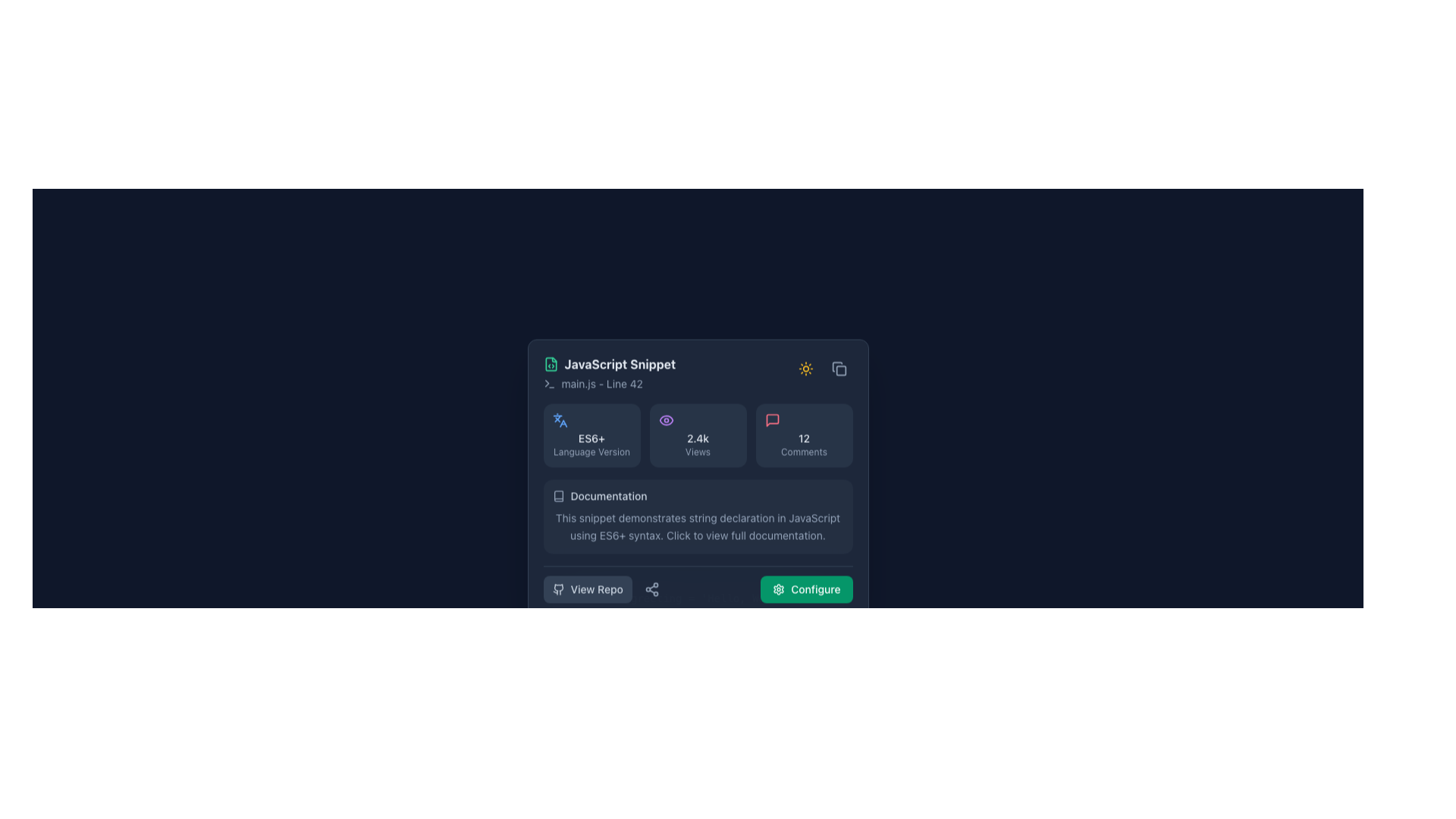 This screenshot has height=819, width=1456. Describe the element at coordinates (838, 369) in the screenshot. I see `the copy button-like interactive icon located in the upper-right corner of the 'JavaScript Snippet' panel to change its hover state` at that location.